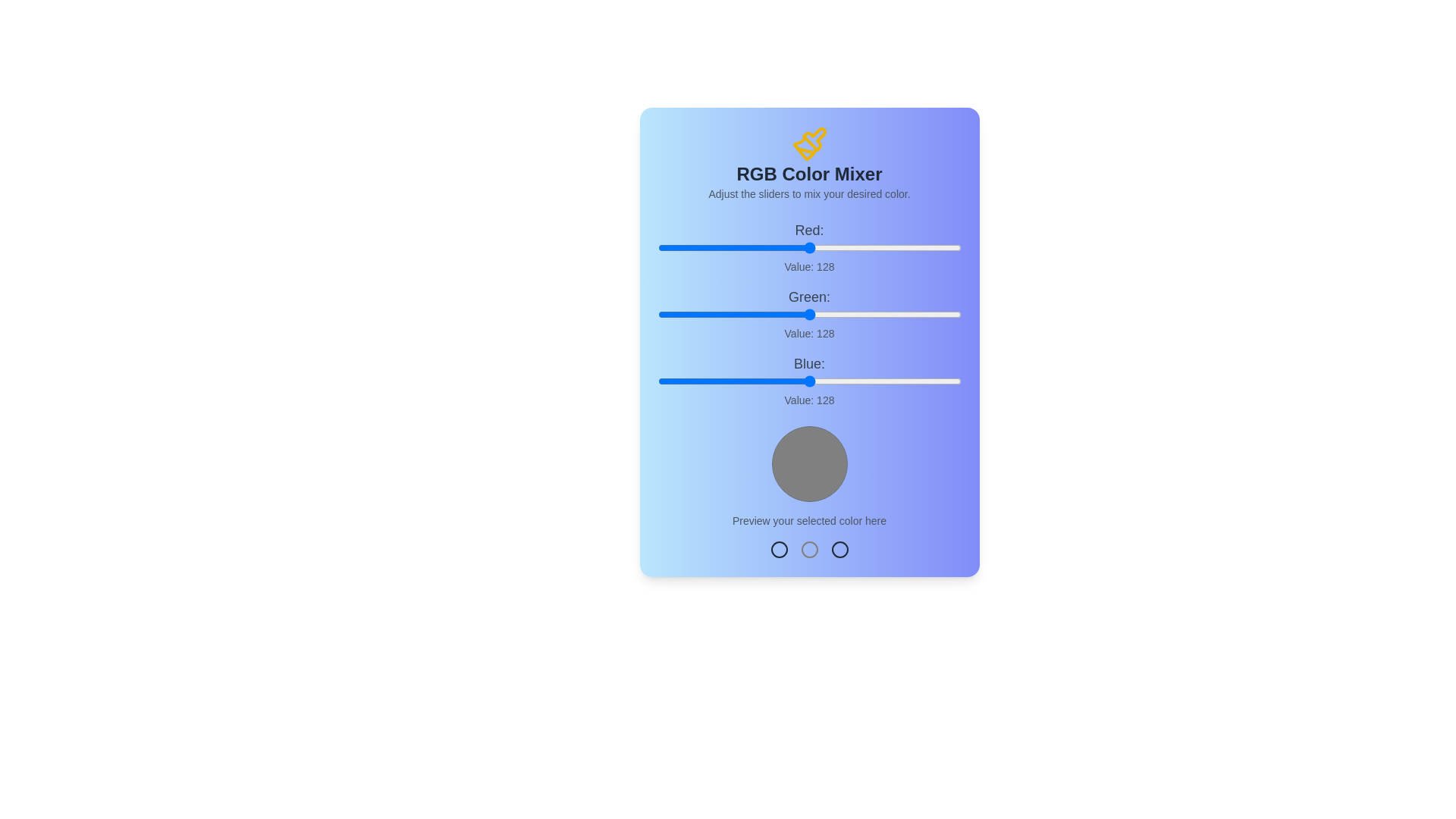 The width and height of the screenshot is (1456, 819). Describe the element at coordinates (661, 247) in the screenshot. I see `the red slider to set the red component to 3` at that location.